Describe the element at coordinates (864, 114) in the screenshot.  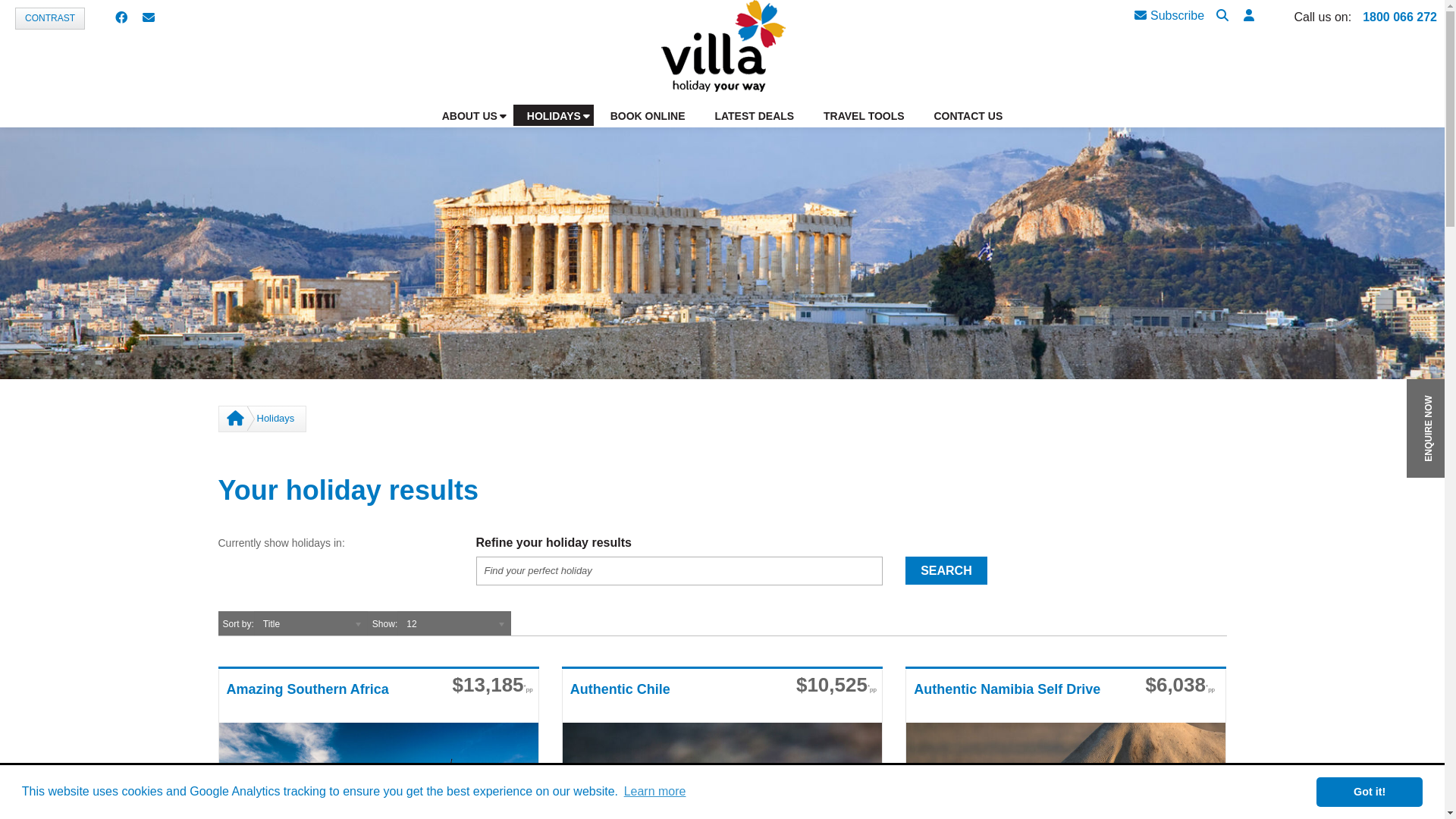
I see `'TRAVEL TOOLS'` at that location.